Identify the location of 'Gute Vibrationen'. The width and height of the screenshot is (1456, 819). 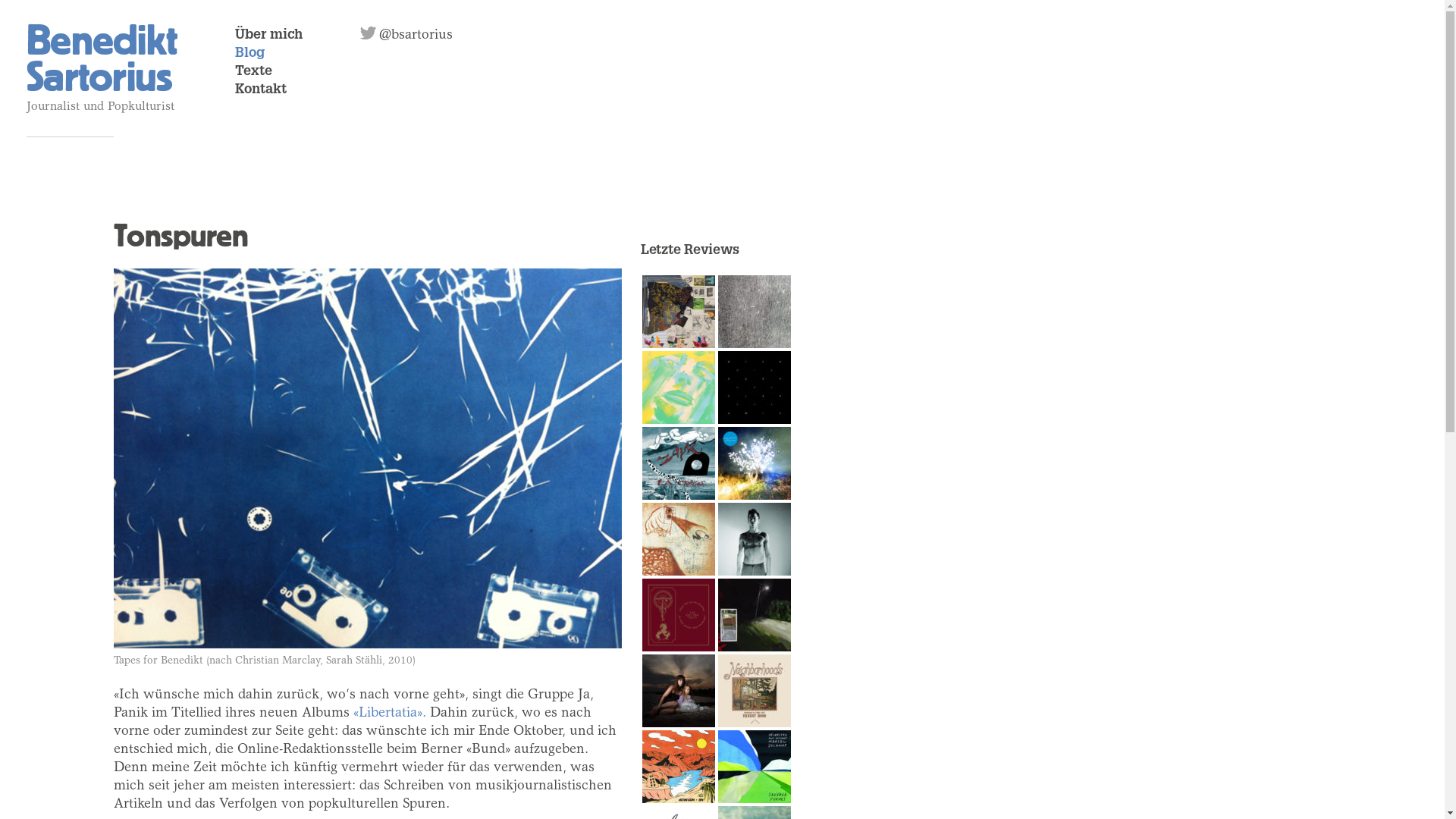
(677, 766).